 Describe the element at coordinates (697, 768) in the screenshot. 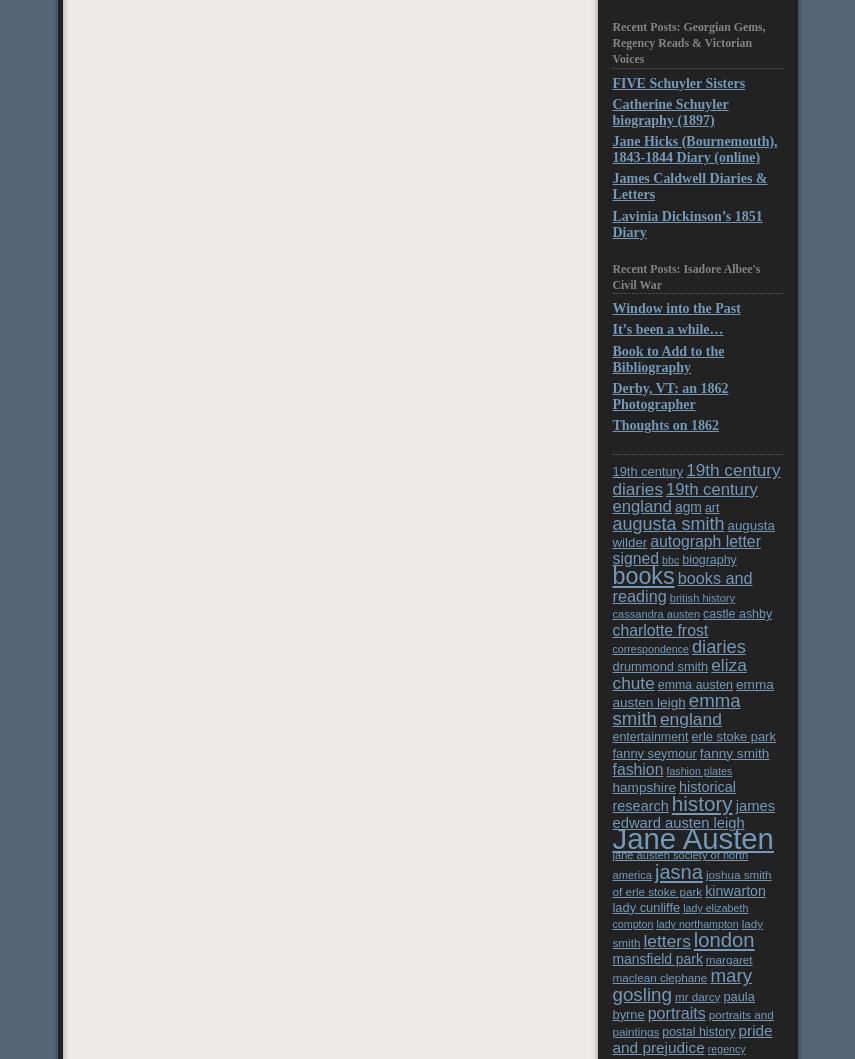

I see `'fashion plates'` at that location.